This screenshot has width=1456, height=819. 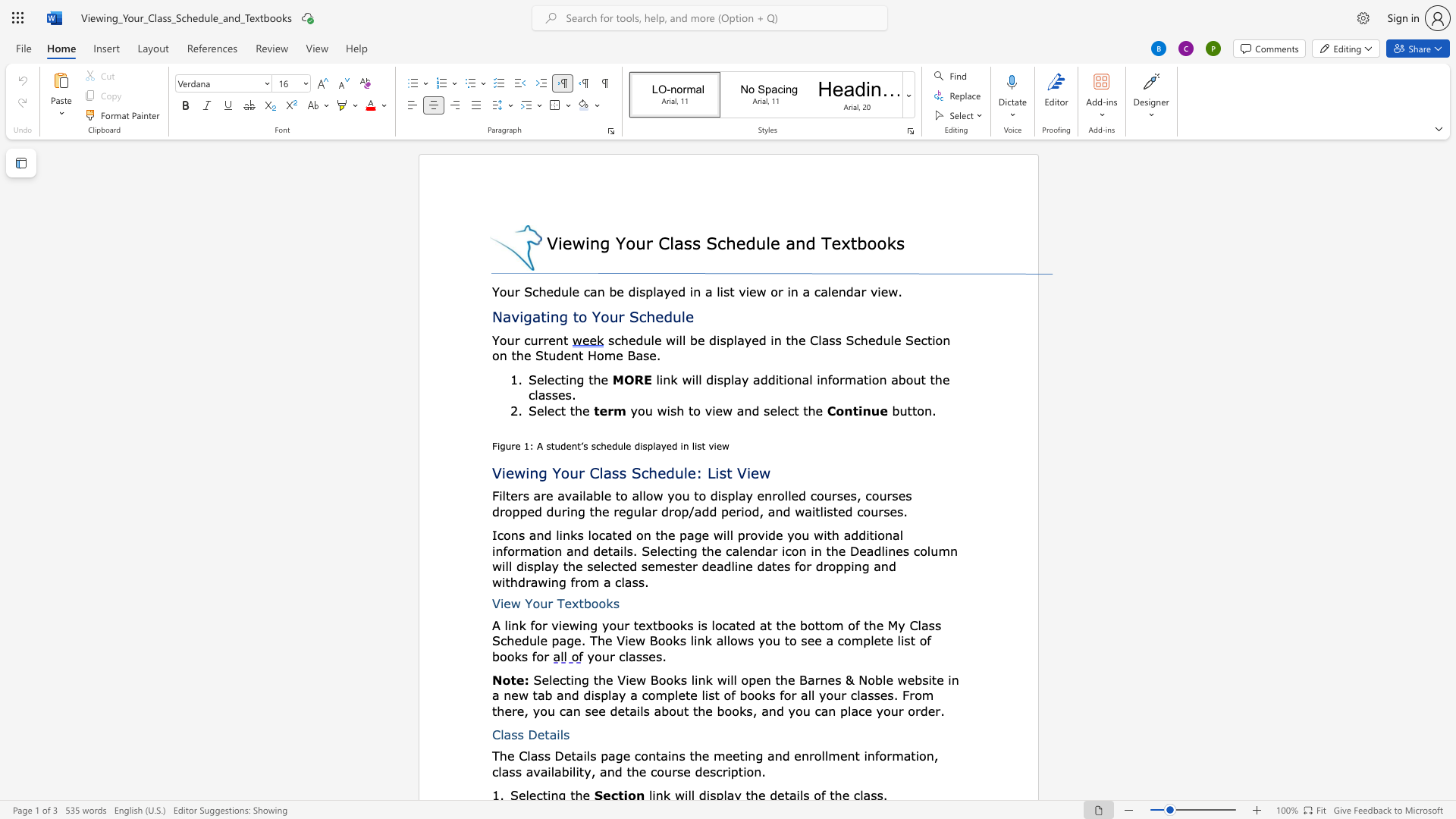 I want to click on the 1th character "u" in the text, so click(x=640, y=242).